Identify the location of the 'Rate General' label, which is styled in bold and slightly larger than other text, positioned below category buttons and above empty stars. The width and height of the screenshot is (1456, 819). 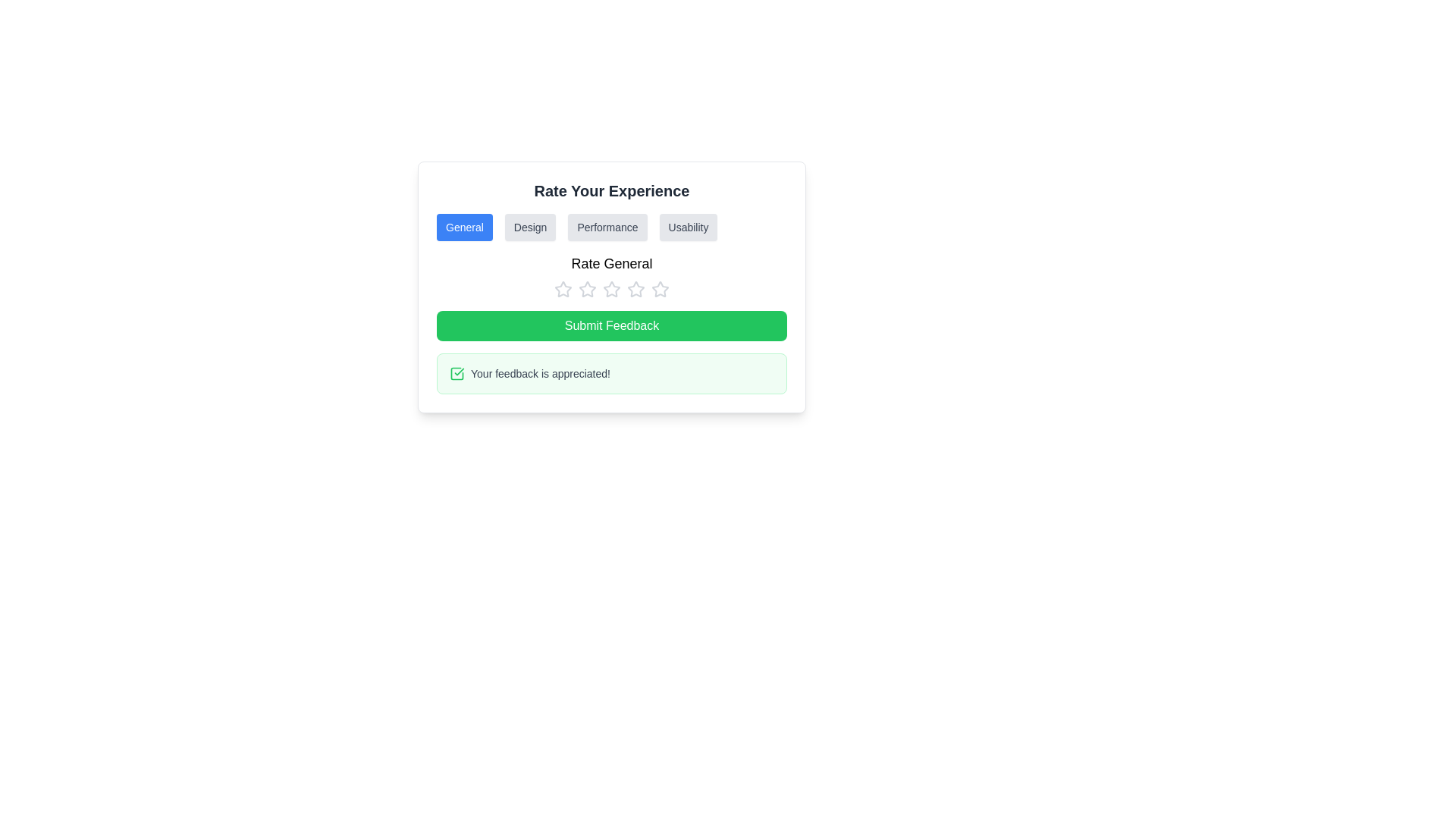
(611, 262).